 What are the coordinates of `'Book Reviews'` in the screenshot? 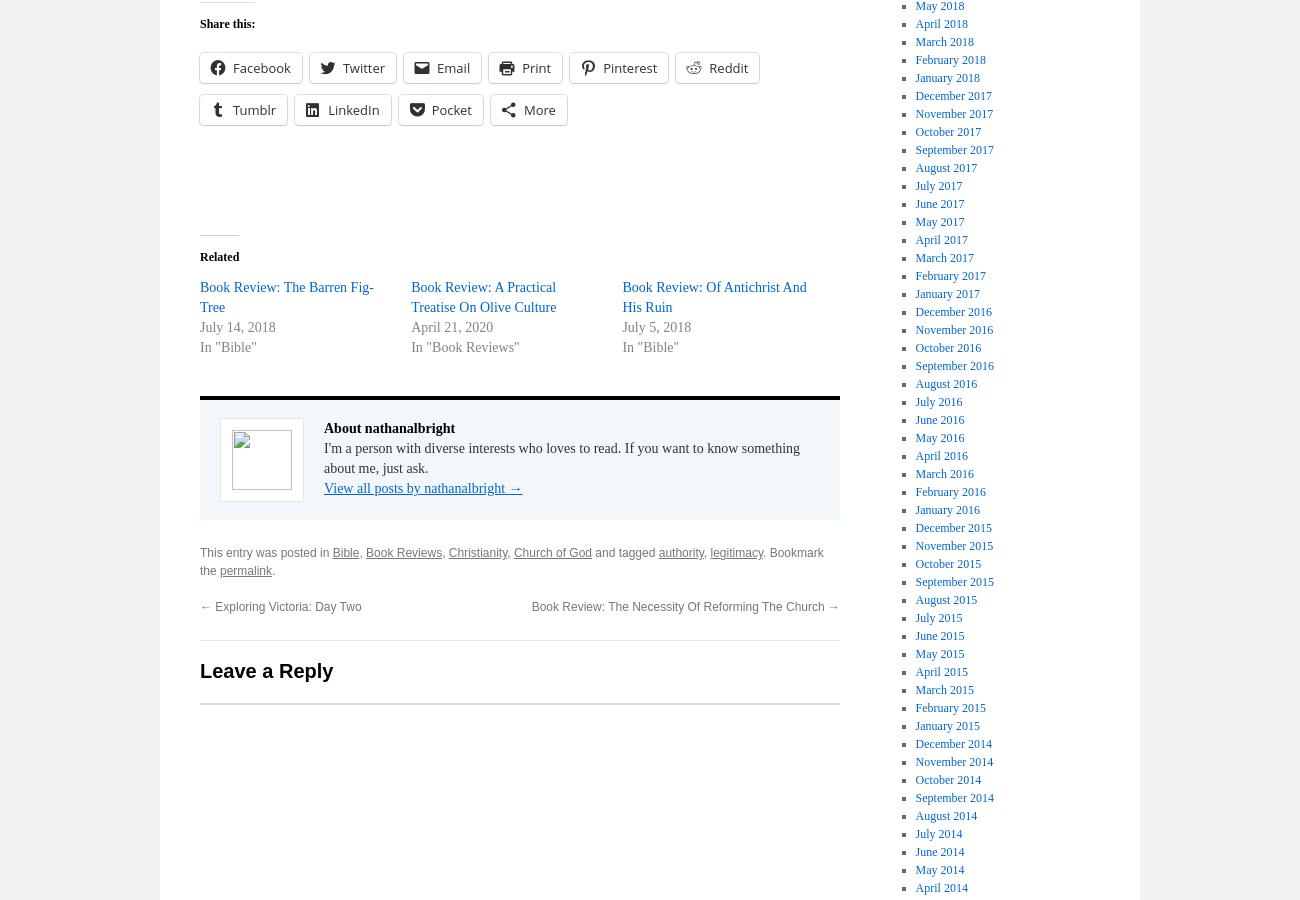 It's located at (364, 551).